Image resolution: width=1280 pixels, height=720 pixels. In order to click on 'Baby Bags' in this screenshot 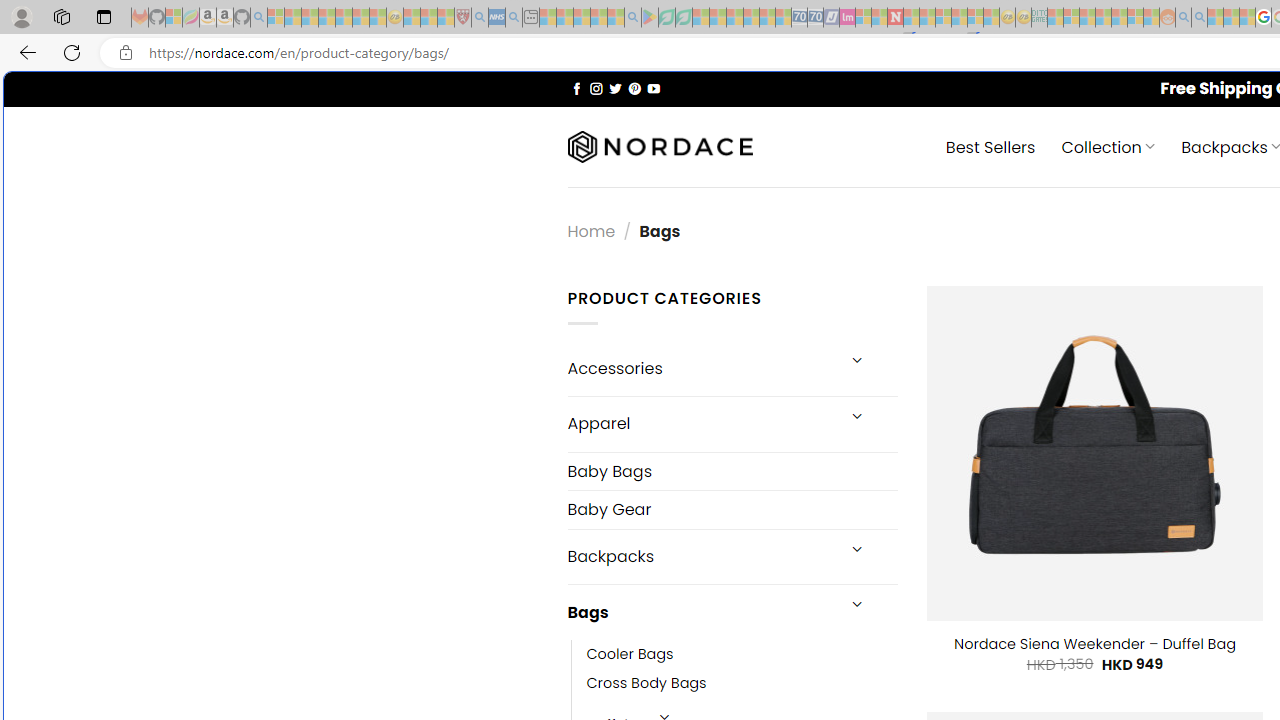, I will do `click(731, 470)`.